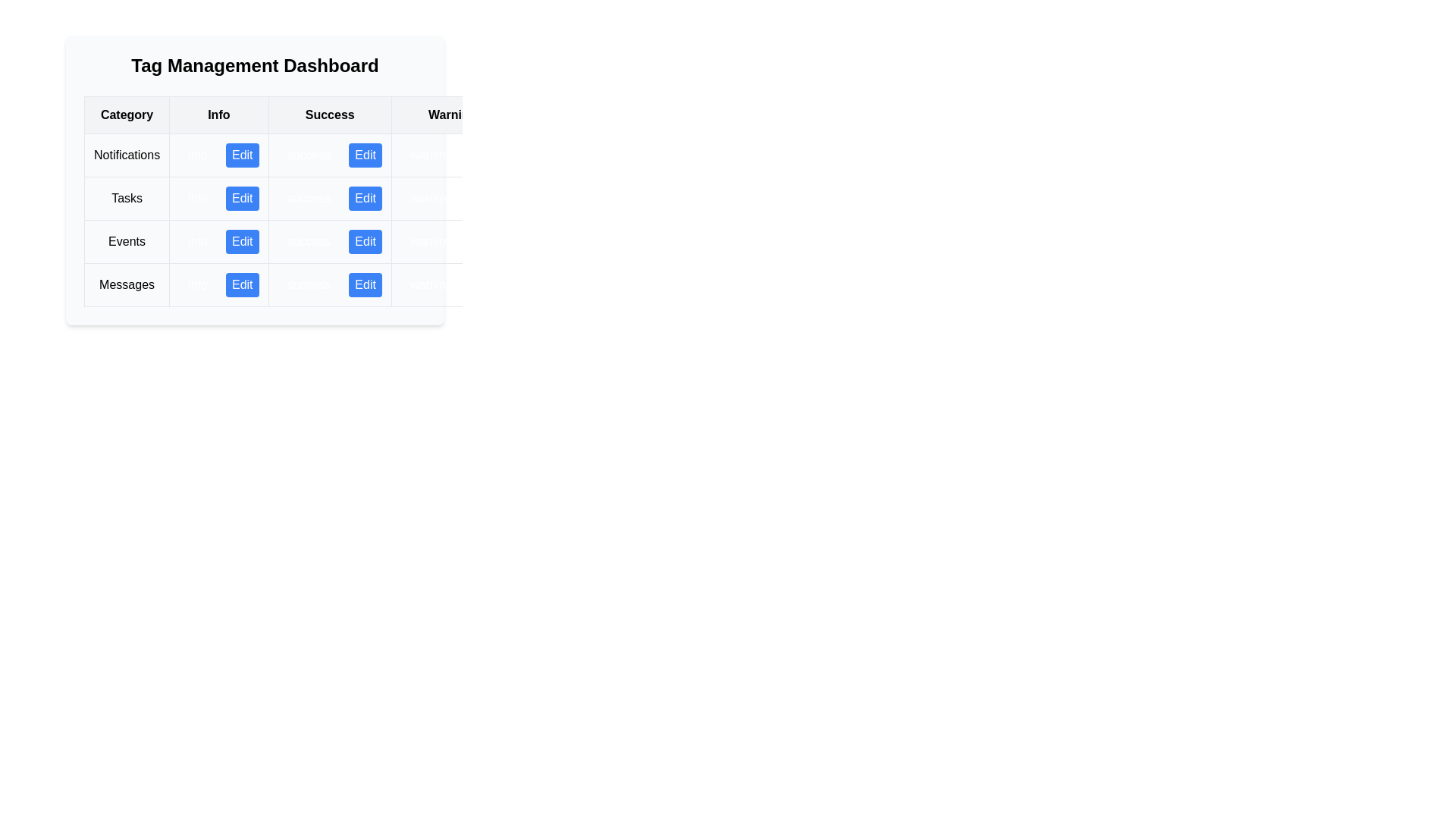 The image size is (1456, 819). I want to click on the 'Edit' button, so click(329, 284).